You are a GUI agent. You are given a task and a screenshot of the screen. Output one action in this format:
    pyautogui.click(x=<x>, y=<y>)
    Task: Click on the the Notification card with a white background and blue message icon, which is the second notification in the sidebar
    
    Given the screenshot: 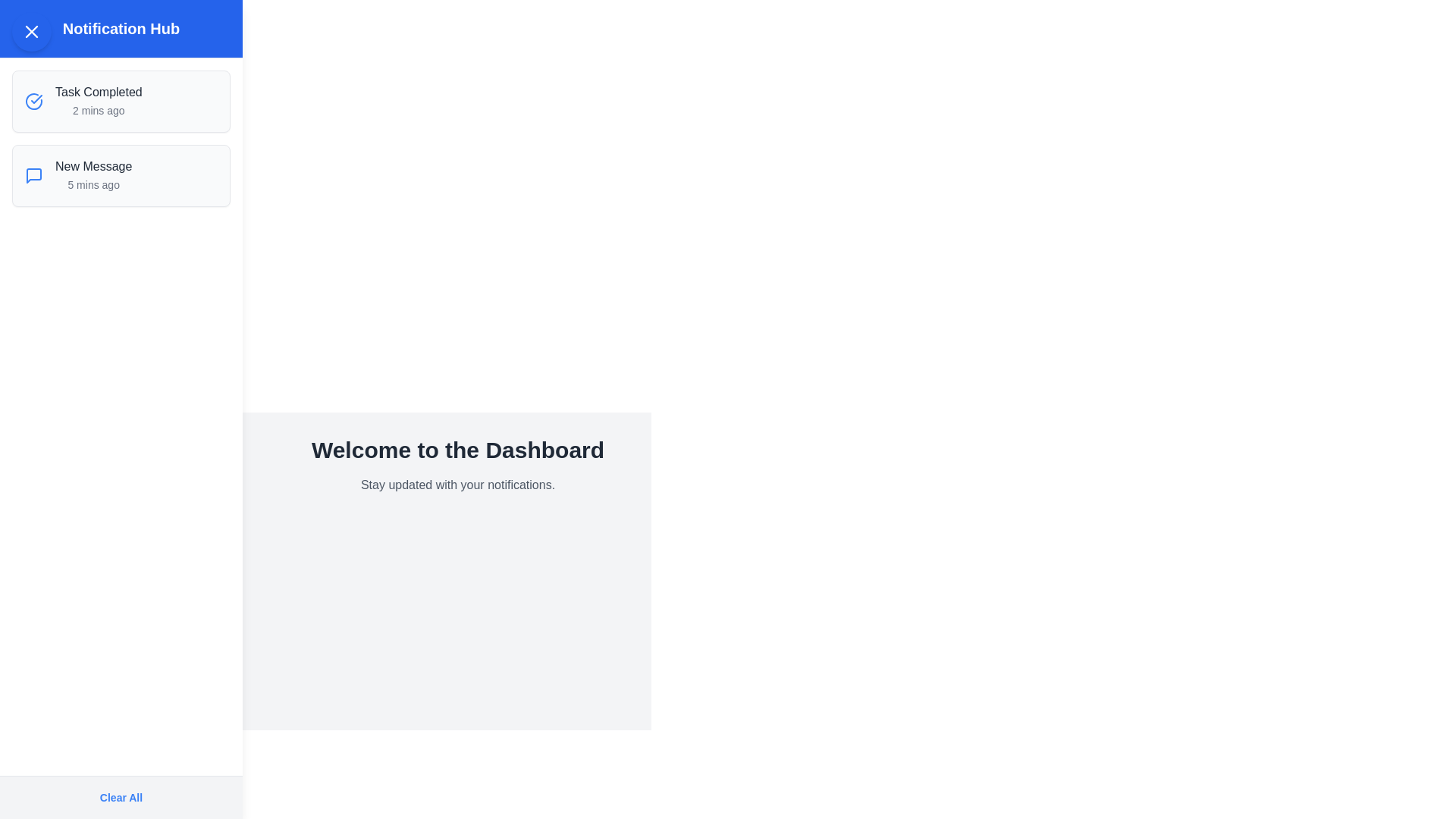 What is the action you would take?
    pyautogui.click(x=120, y=174)
    